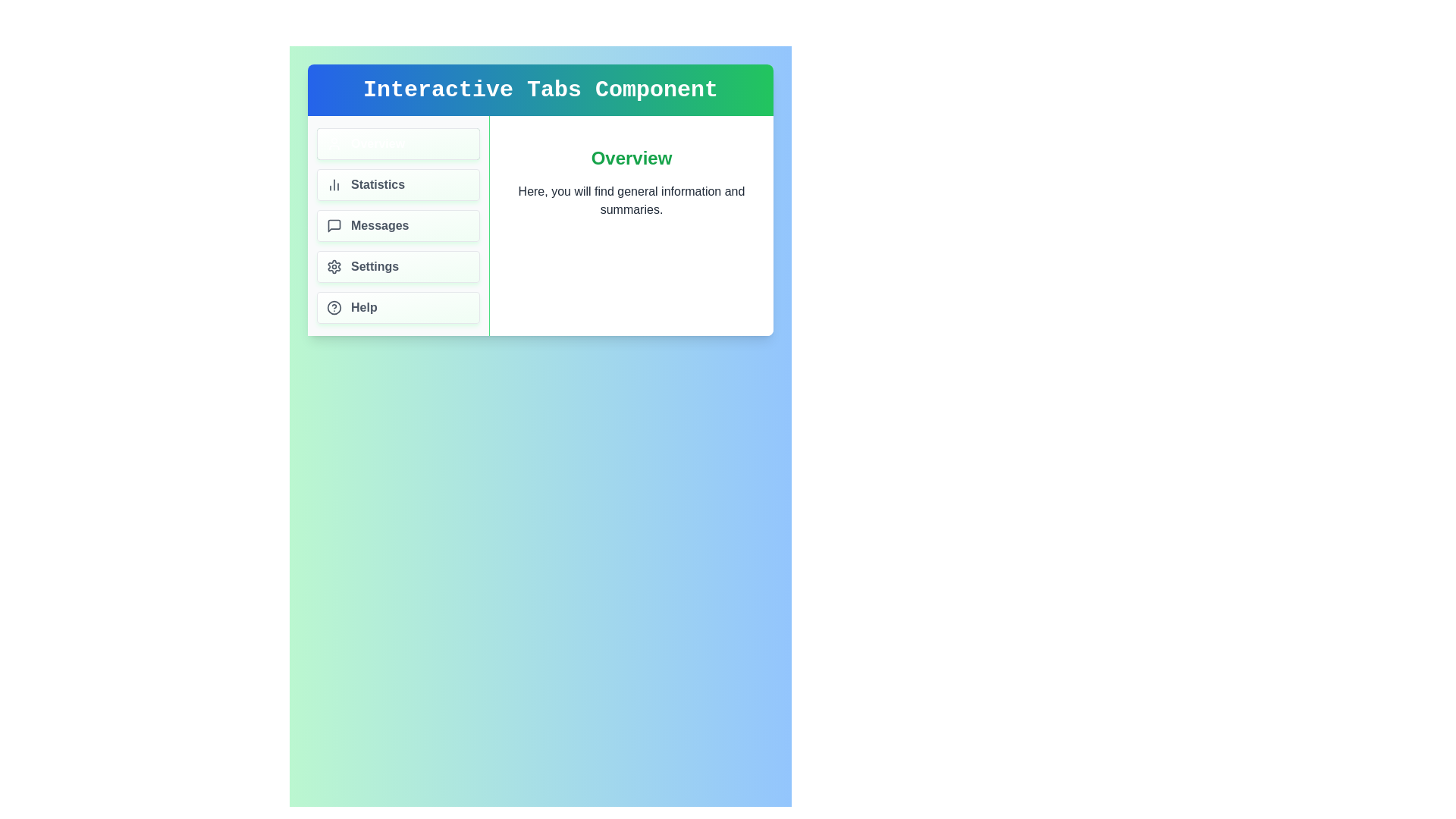 The width and height of the screenshot is (1456, 819). What do you see at coordinates (398, 184) in the screenshot?
I see `the tab labeled Statistics` at bounding box center [398, 184].